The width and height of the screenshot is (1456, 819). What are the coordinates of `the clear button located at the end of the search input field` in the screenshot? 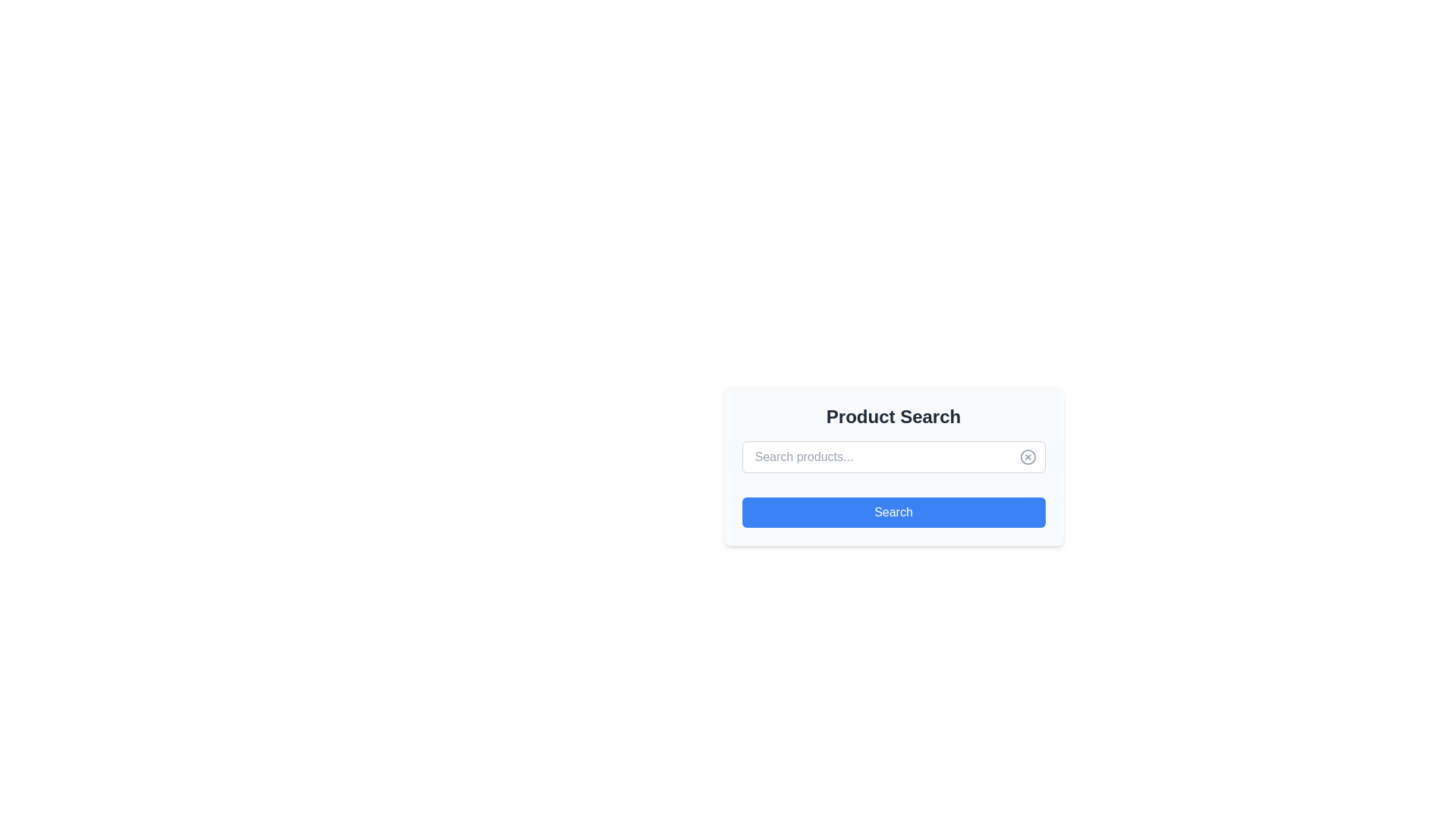 It's located at (1028, 456).